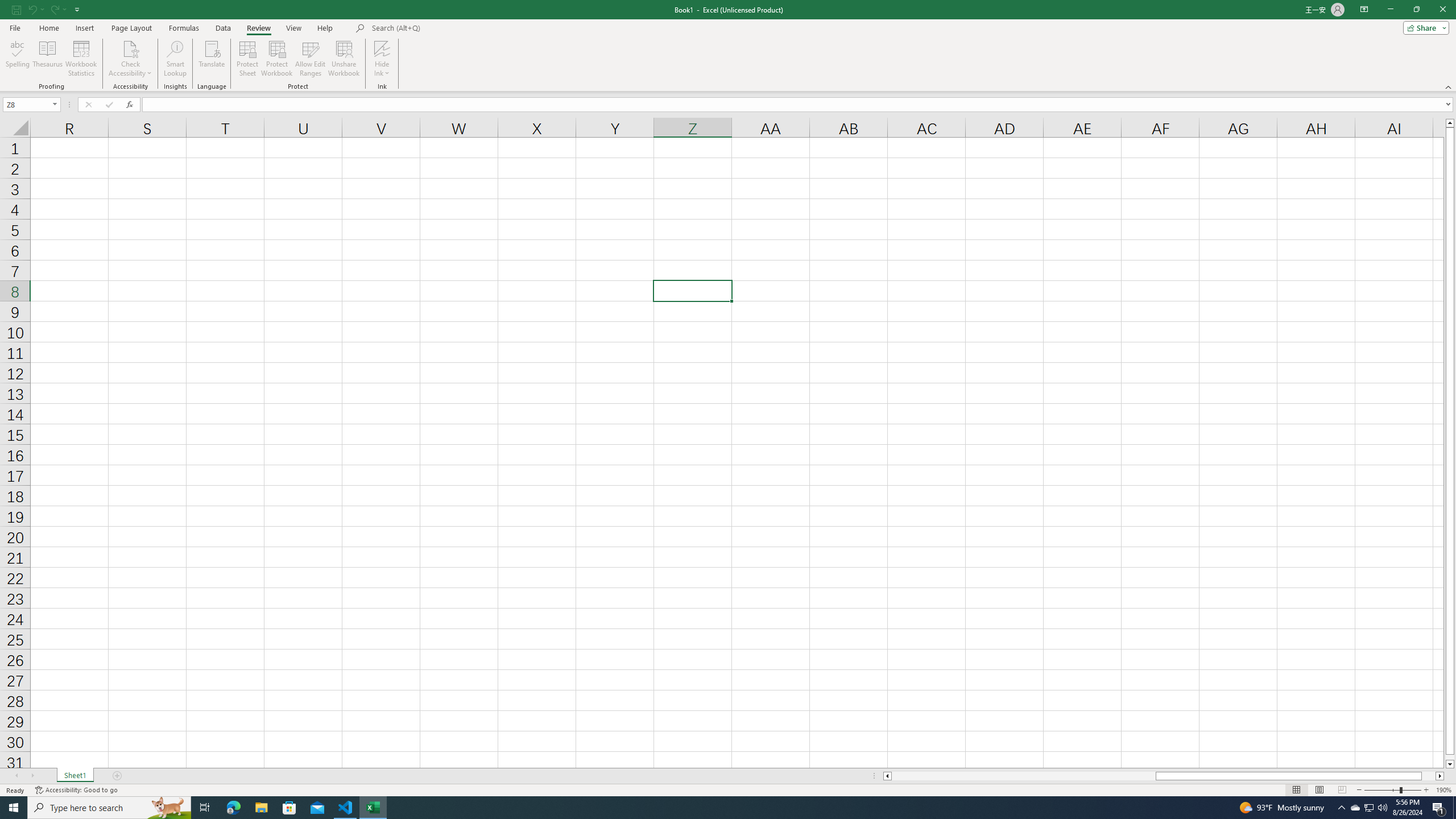 The image size is (1456, 819). Describe the element at coordinates (1392, 790) in the screenshot. I see `'Zoom'` at that location.